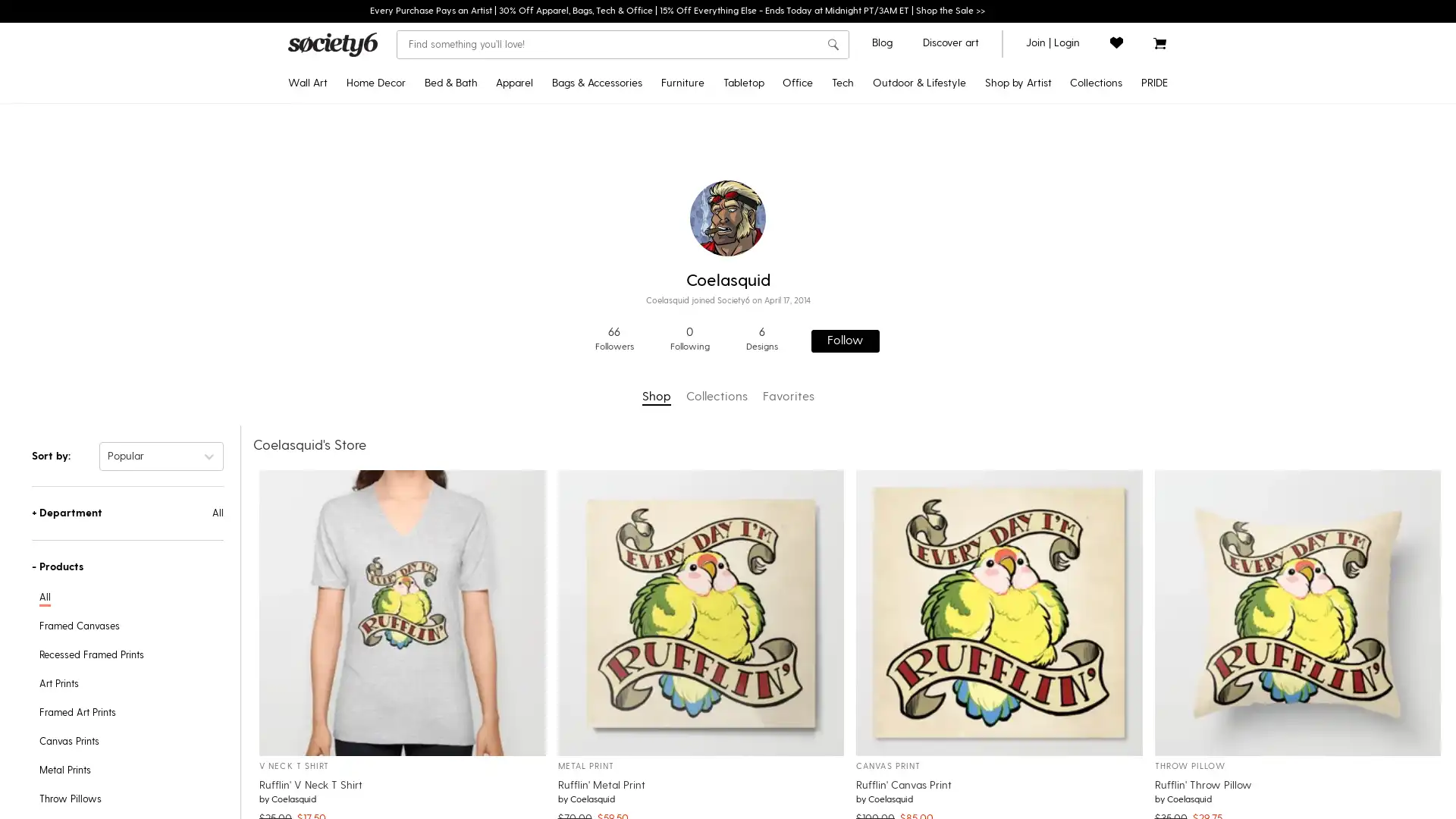  I want to click on Wall Clocks, so click(404, 292).